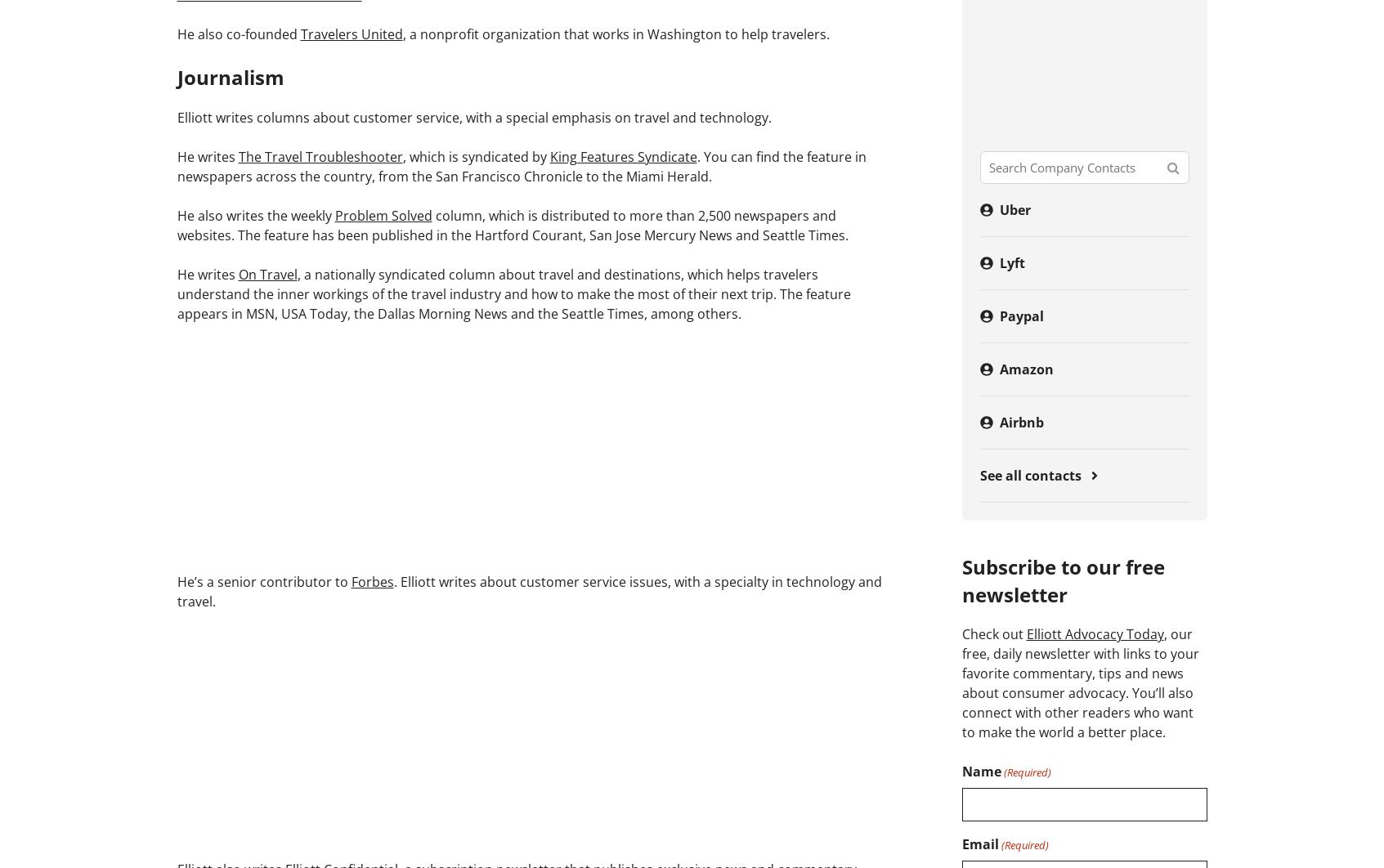  What do you see at coordinates (521, 165) in the screenshot?
I see `'. You can find the feature in newspapers across the country, from the San Francisco Chronicle to the Miami Herald.'` at bounding box center [521, 165].